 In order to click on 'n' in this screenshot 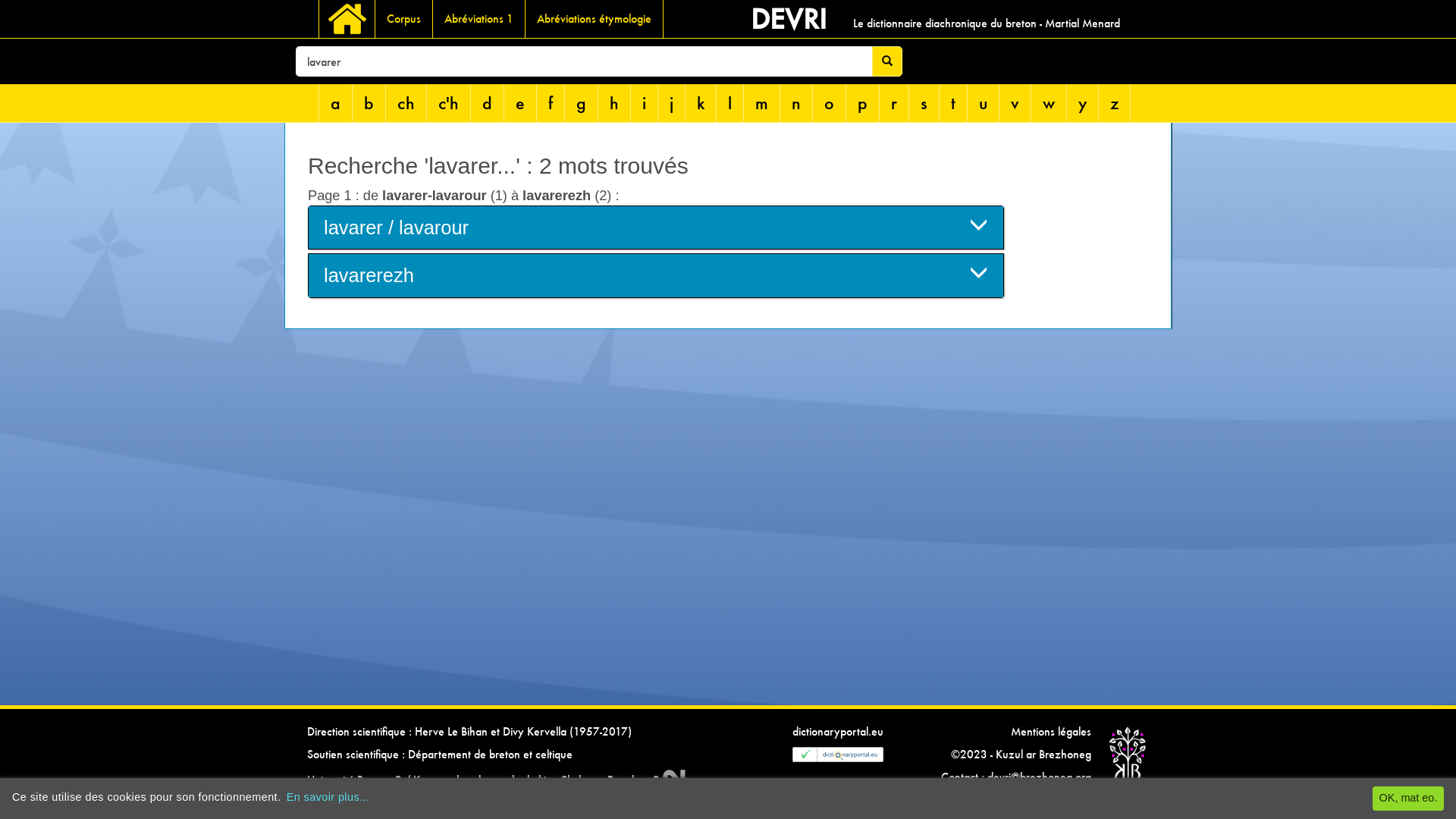, I will do `click(795, 102)`.